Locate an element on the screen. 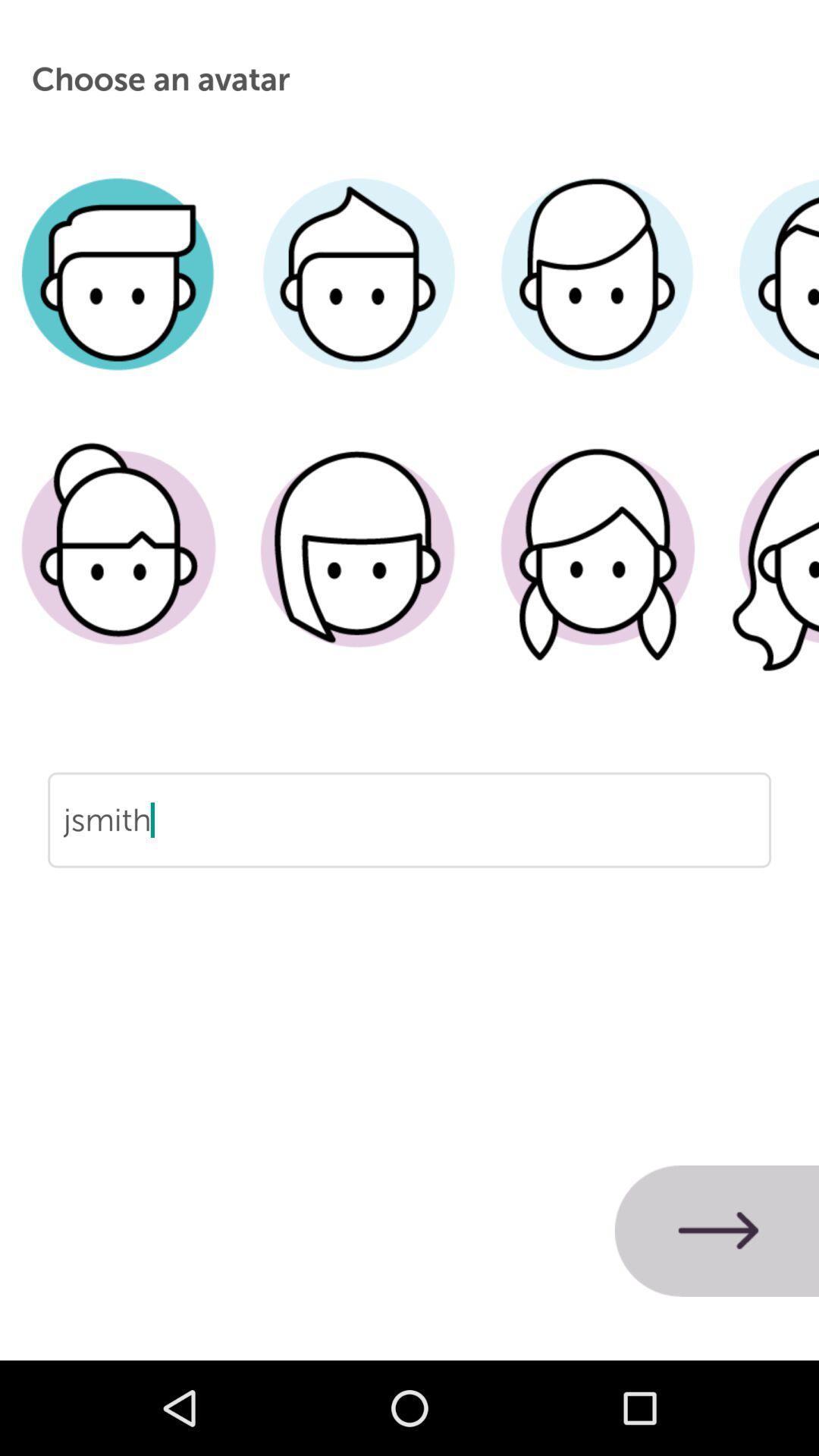 Image resolution: width=819 pixels, height=1456 pixels. choose avatar option is located at coordinates (118, 297).